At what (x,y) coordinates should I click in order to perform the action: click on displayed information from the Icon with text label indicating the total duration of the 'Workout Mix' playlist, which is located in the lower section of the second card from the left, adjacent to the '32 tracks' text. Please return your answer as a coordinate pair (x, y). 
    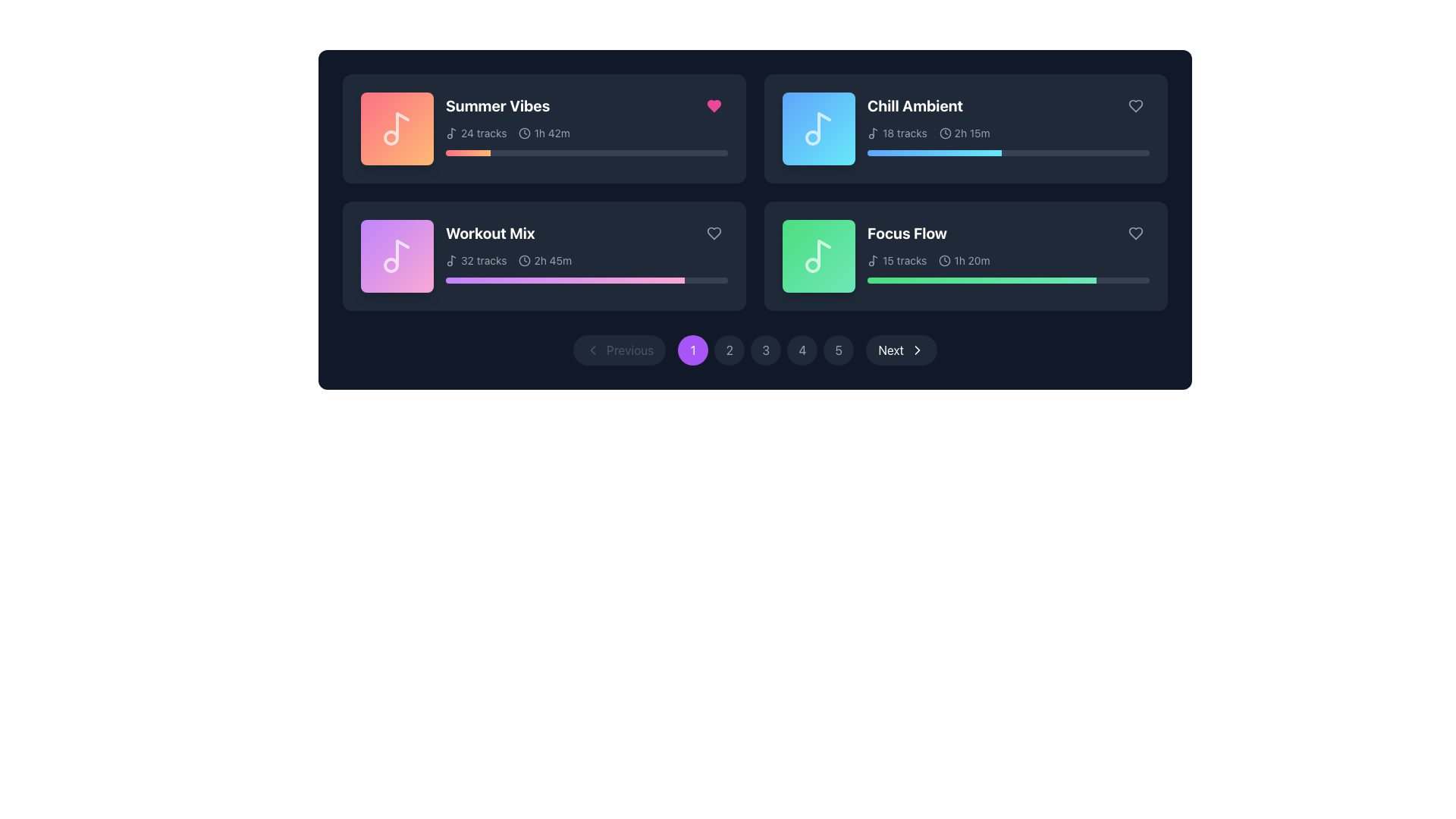
    Looking at the image, I should click on (545, 259).